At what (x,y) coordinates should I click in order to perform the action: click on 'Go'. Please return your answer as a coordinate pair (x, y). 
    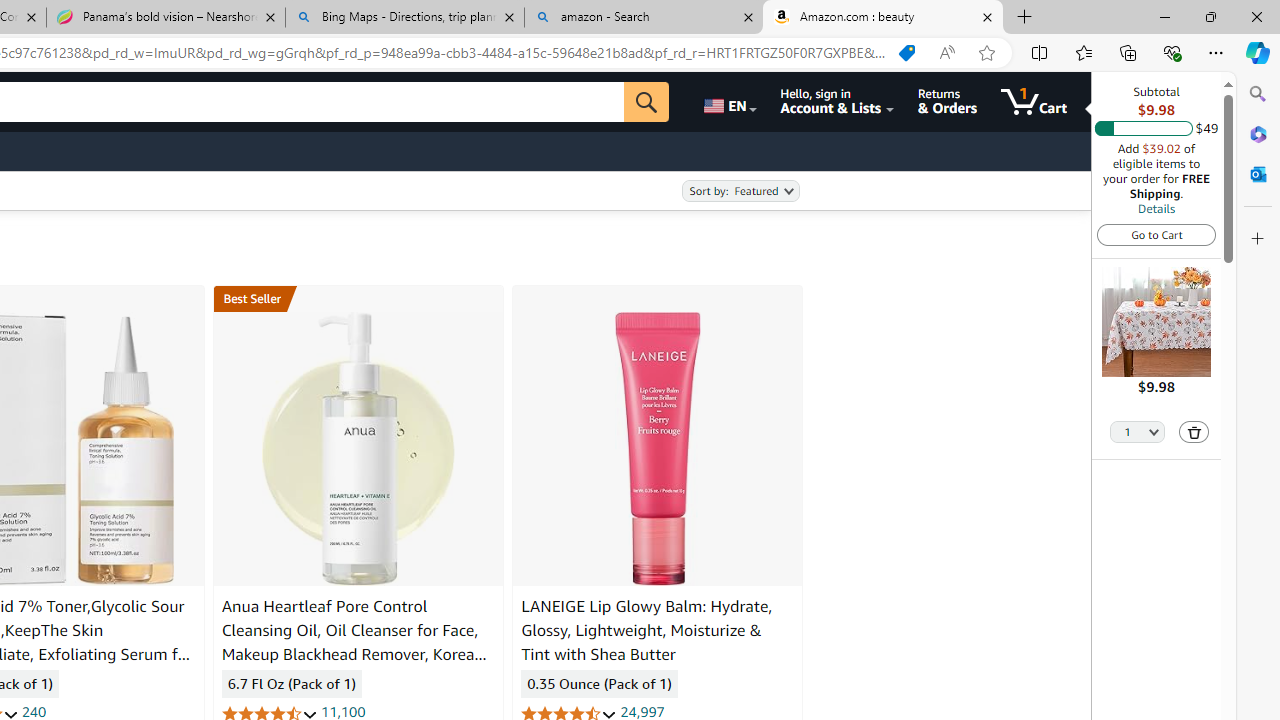
    Looking at the image, I should click on (647, 101).